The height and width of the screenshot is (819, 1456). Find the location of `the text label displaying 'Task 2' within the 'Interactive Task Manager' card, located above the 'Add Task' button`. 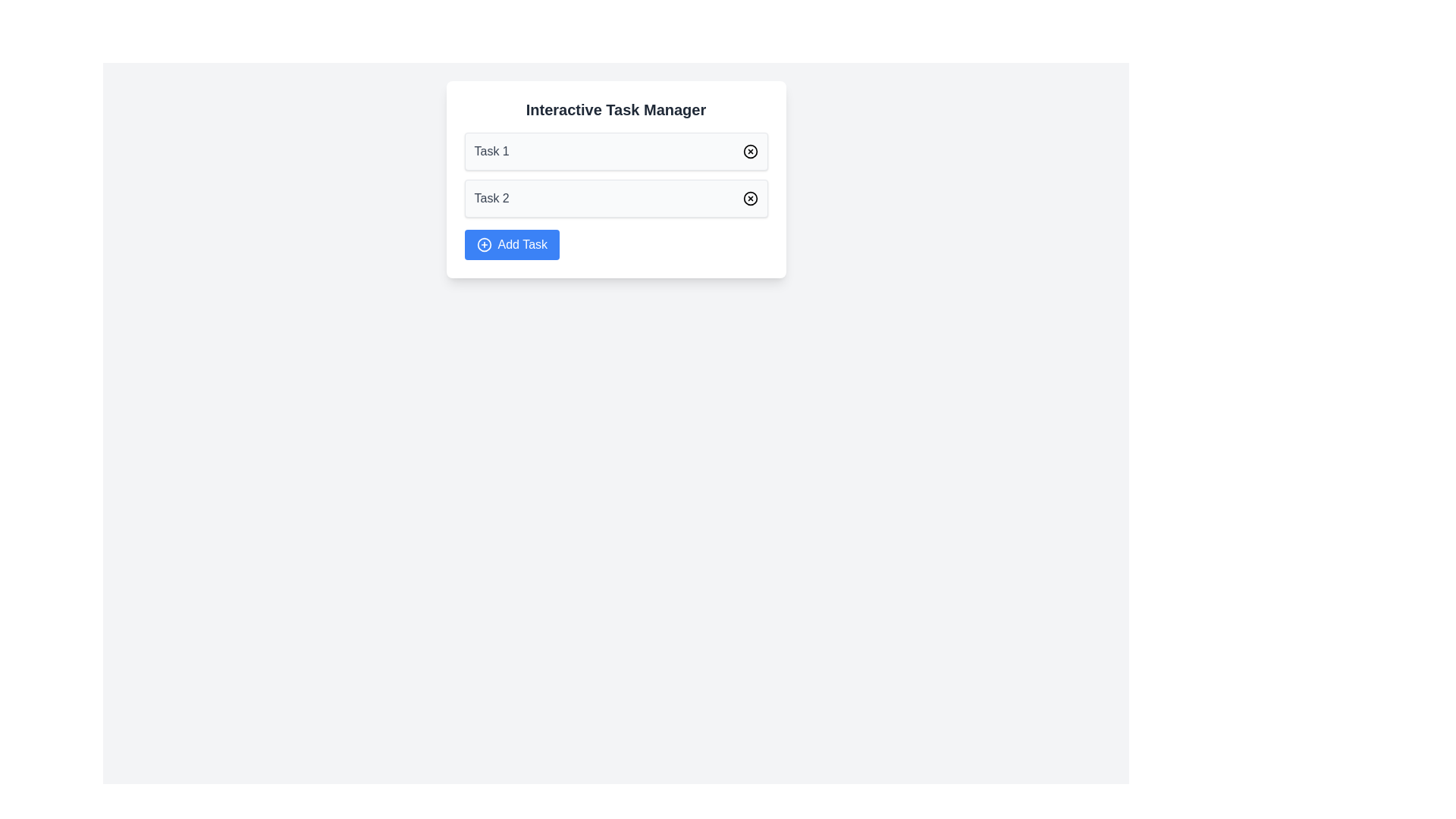

the text label displaying 'Task 2' within the 'Interactive Task Manager' card, located above the 'Add Task' button is located at coordinates (491, 198).